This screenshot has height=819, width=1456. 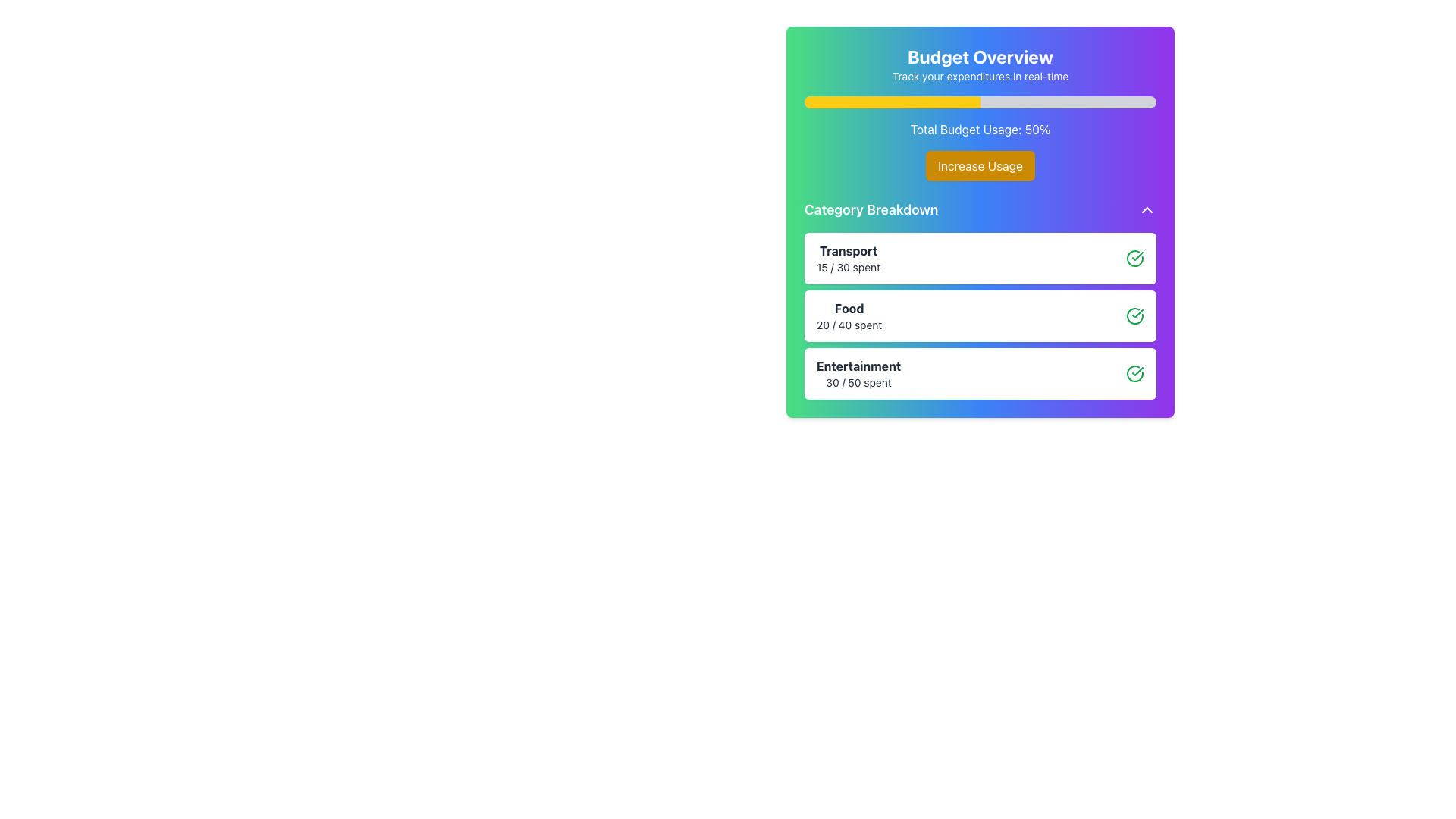 What do you see at coordinates (1135, 257) in the screenshot?
I see `the status indicator icon located on the right side of the 'Transport' category row` at bounding box center [1135, 257].